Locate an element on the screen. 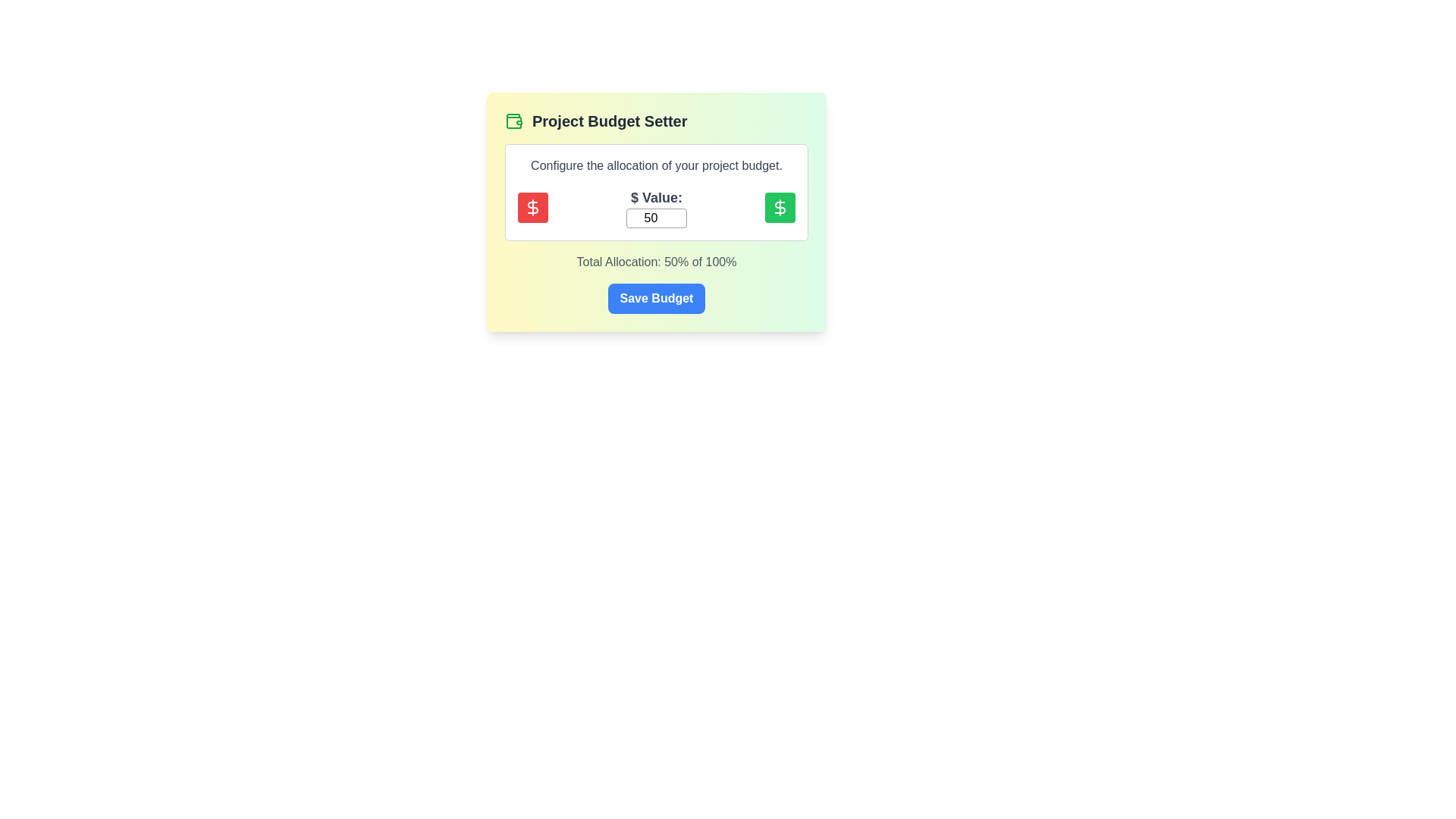 Image resolution: width=1456 pixels, height=819 pixels. the 'Project Budget Setter' header with a green wallet icon at the top of the card interface is located at coordinates (656, 120).